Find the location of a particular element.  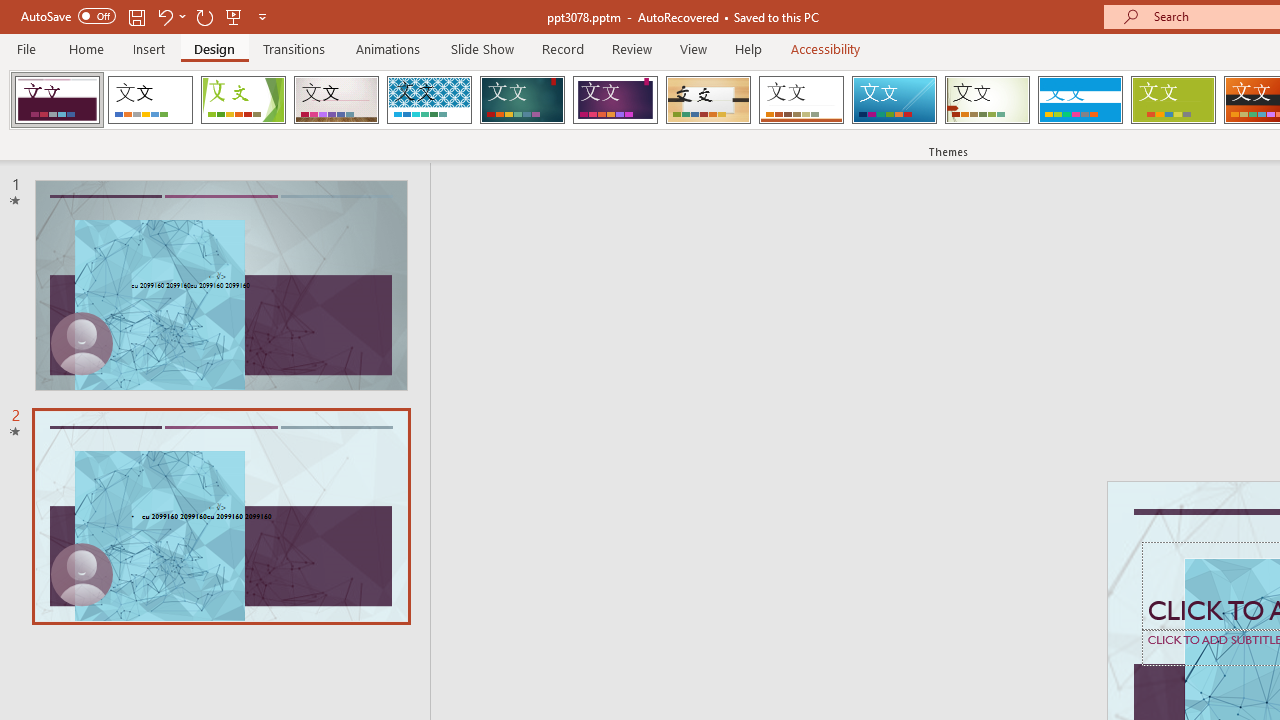

'Office Theme' is located at coordinates (149, 100).